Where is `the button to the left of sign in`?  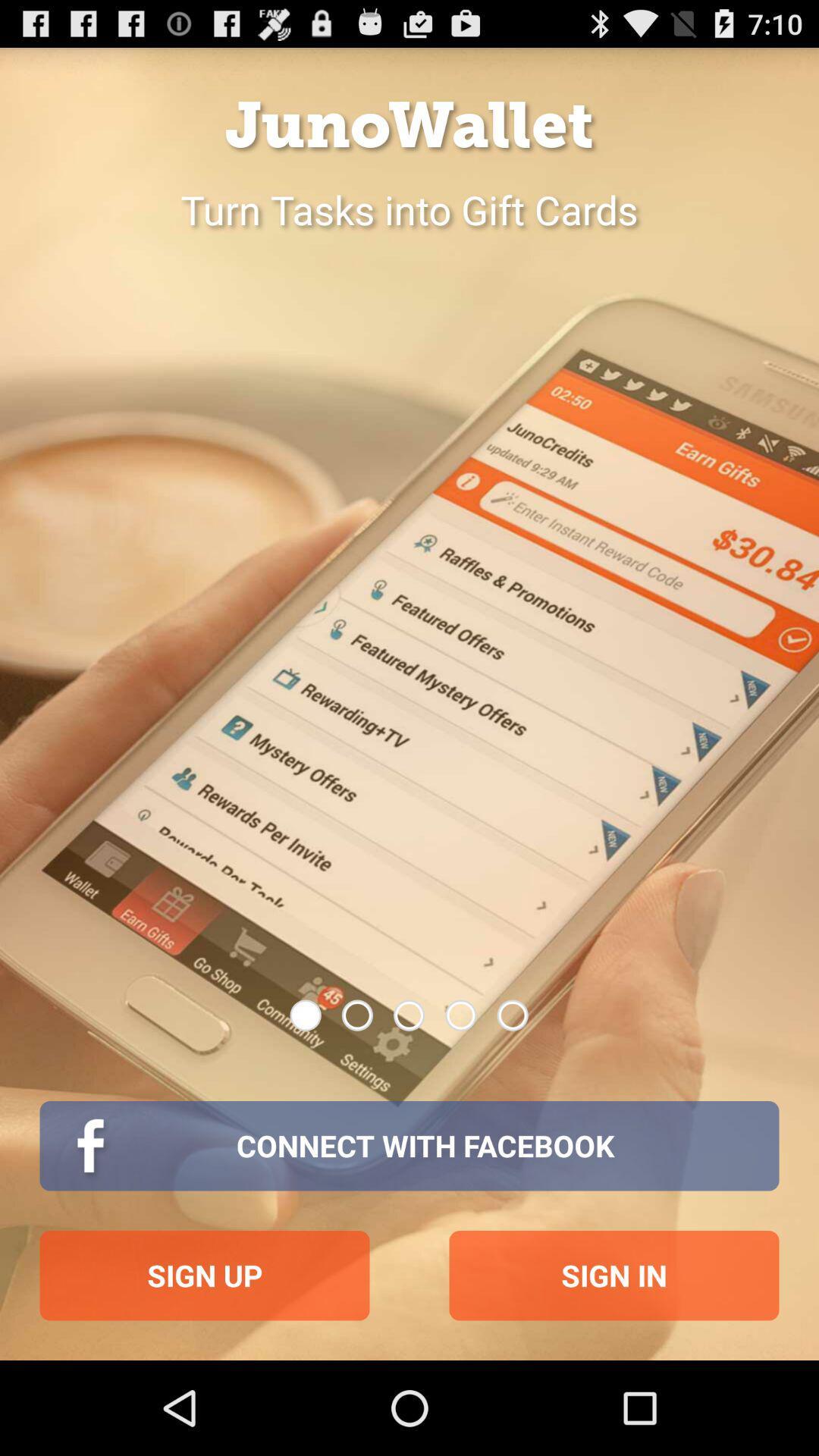
the button to the left of sign in is located at coordinates (205, 1275).